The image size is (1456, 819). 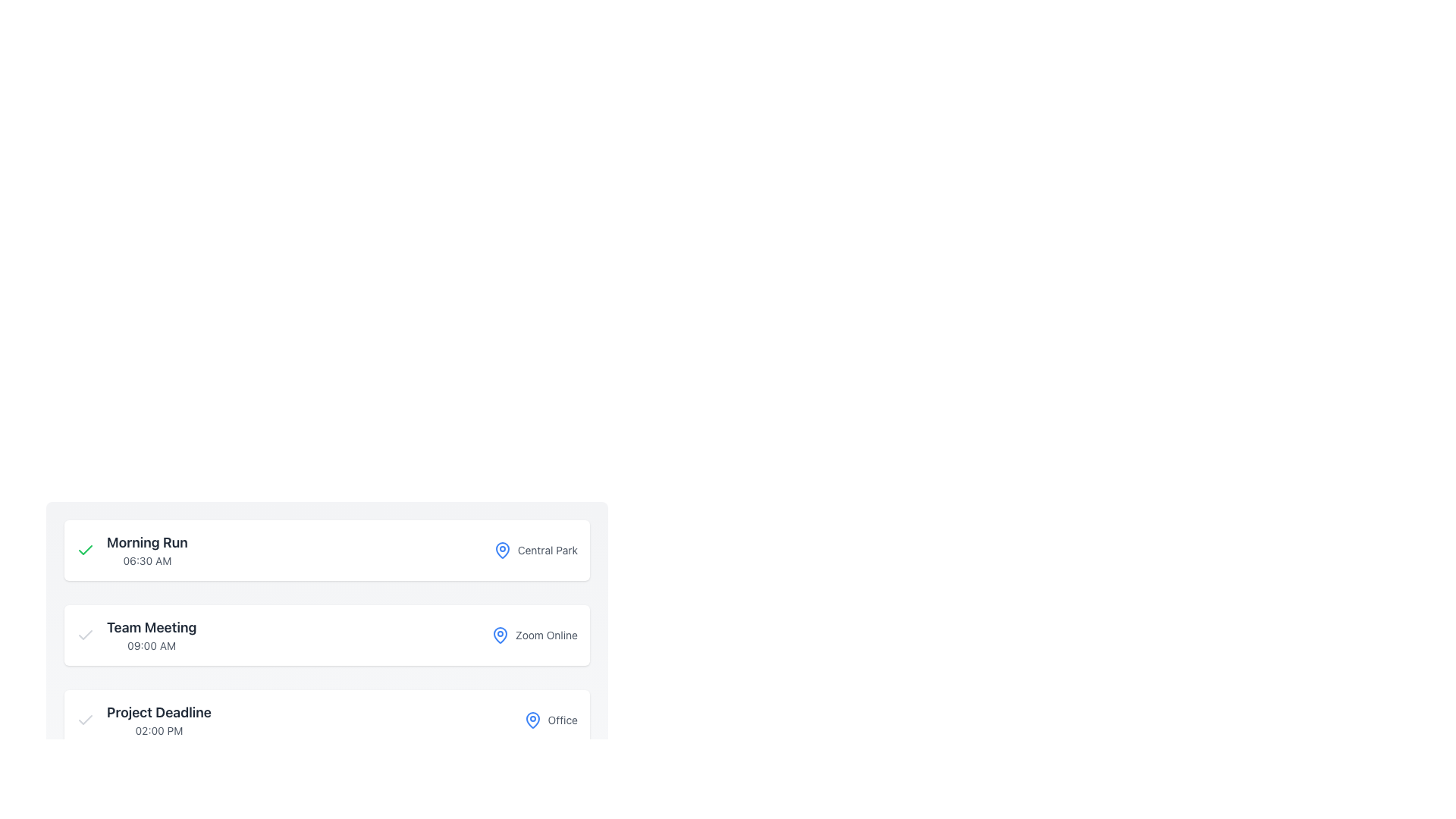 What do you see at coordinates (143, 719) in the screenshot?
I see `the scheduled event element displaying 'Project Deadline' and '02:00 PM' in the third card of the event list` at bounding box center [143, 719].